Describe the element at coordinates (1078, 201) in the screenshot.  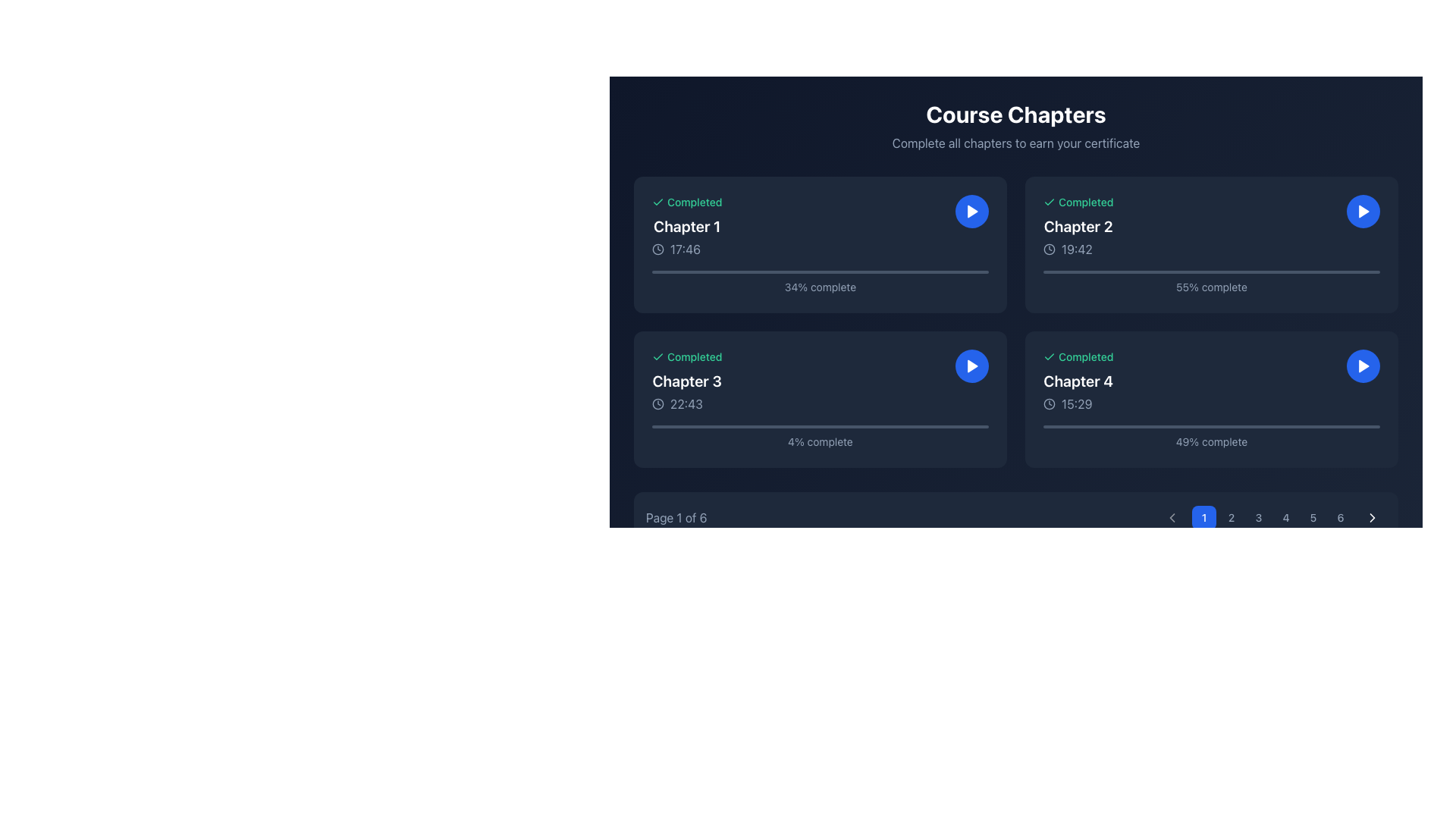
I see `the Status Label with Icon indicating the completion status of Chapter 2, located at the top-left corner of the card in the second column of the first row within the 'Course Chapters' grid layout` at that location.